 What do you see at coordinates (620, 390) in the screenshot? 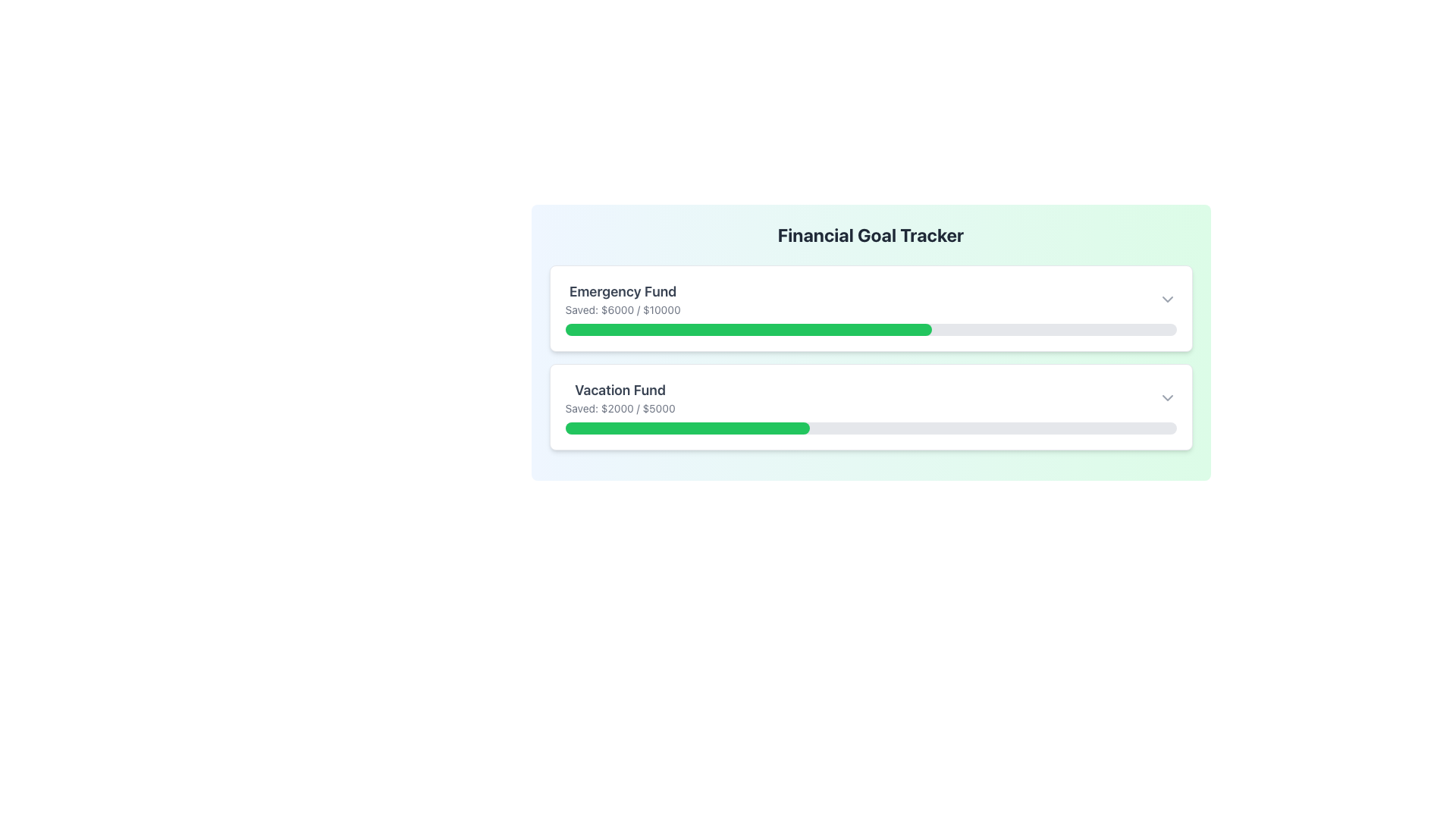
I see `the text label indicating the name of a specific financial goal, located above the 'Saved: $2000 / $5000' text in the second goal section of the financial goal tracker` at bounding box center [620, 390].